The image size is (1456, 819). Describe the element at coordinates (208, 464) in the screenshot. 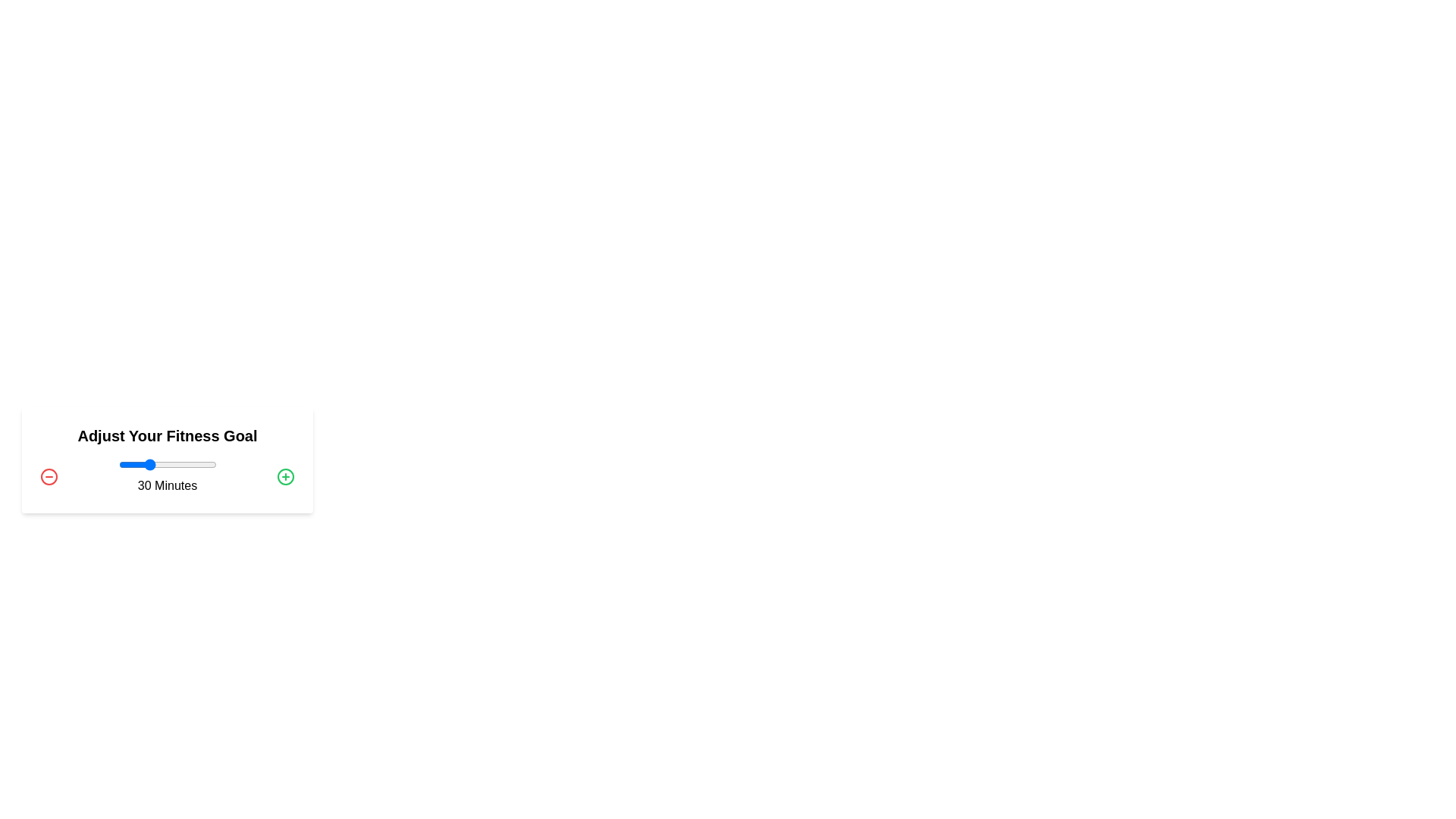

I see `the slider` at that location.